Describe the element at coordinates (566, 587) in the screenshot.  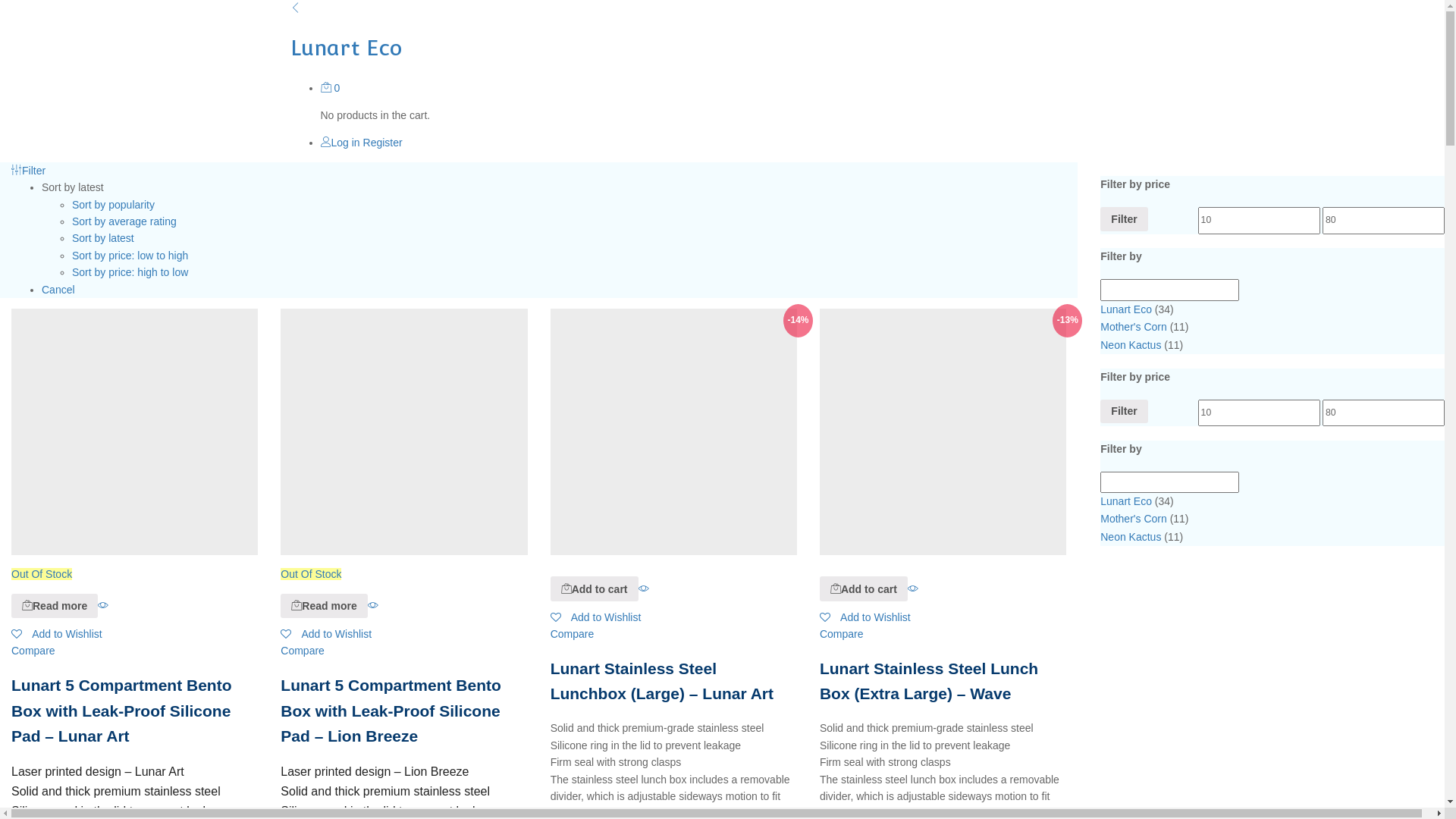
I see `'Add to cart'` at that location.